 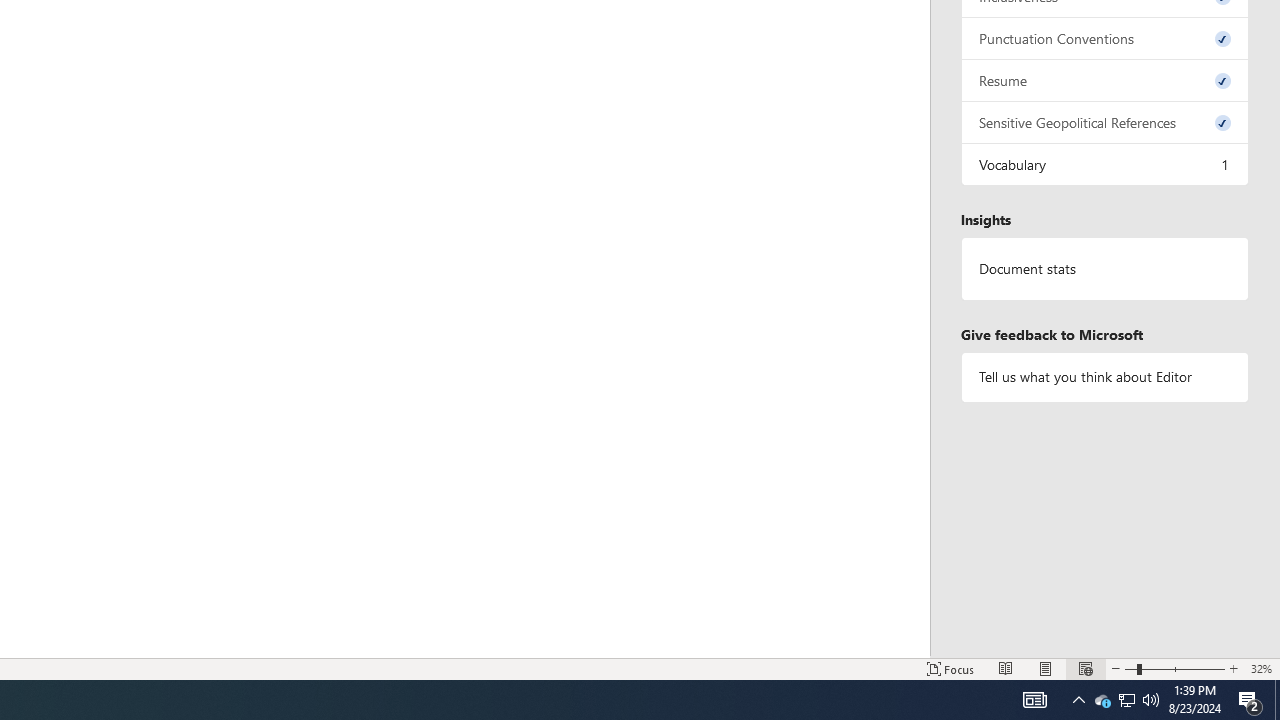 What do you see at coordinates (1104, 268) in the screenshot?
I see `'Document statistics'` at bounding box center [1104, 268].